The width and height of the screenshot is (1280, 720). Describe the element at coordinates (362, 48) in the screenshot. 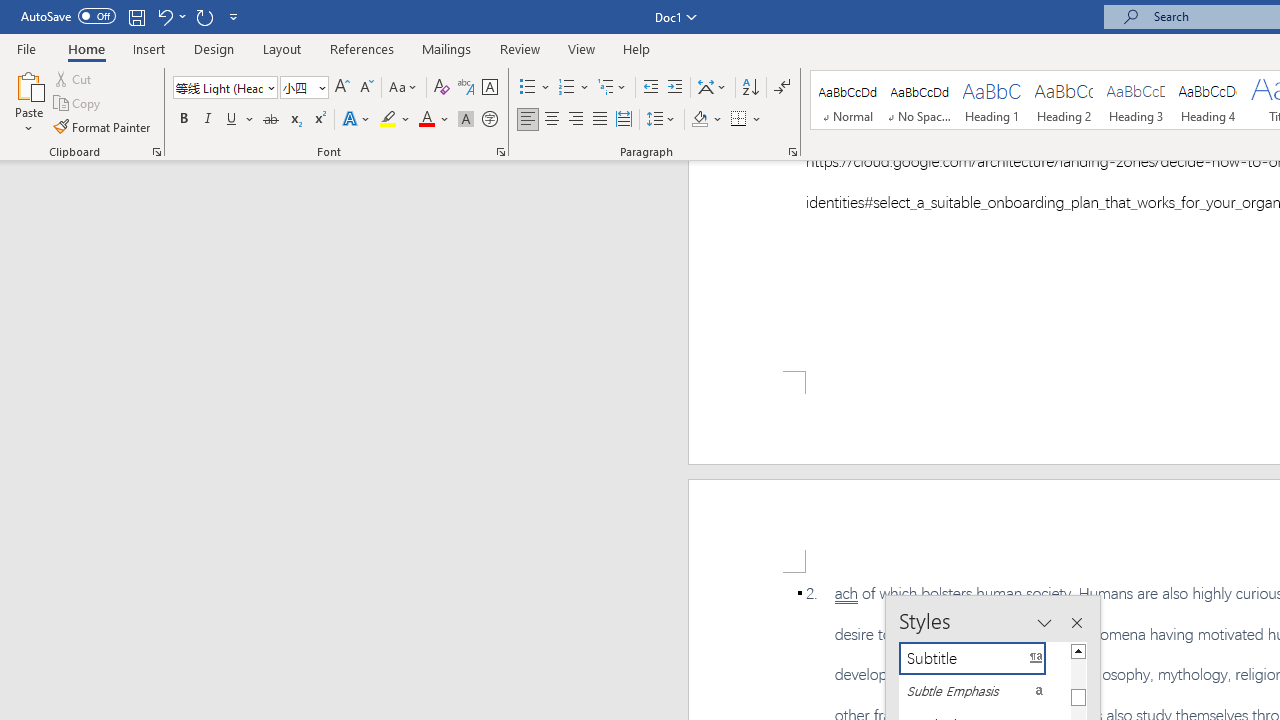

I see `'References'` at that location.